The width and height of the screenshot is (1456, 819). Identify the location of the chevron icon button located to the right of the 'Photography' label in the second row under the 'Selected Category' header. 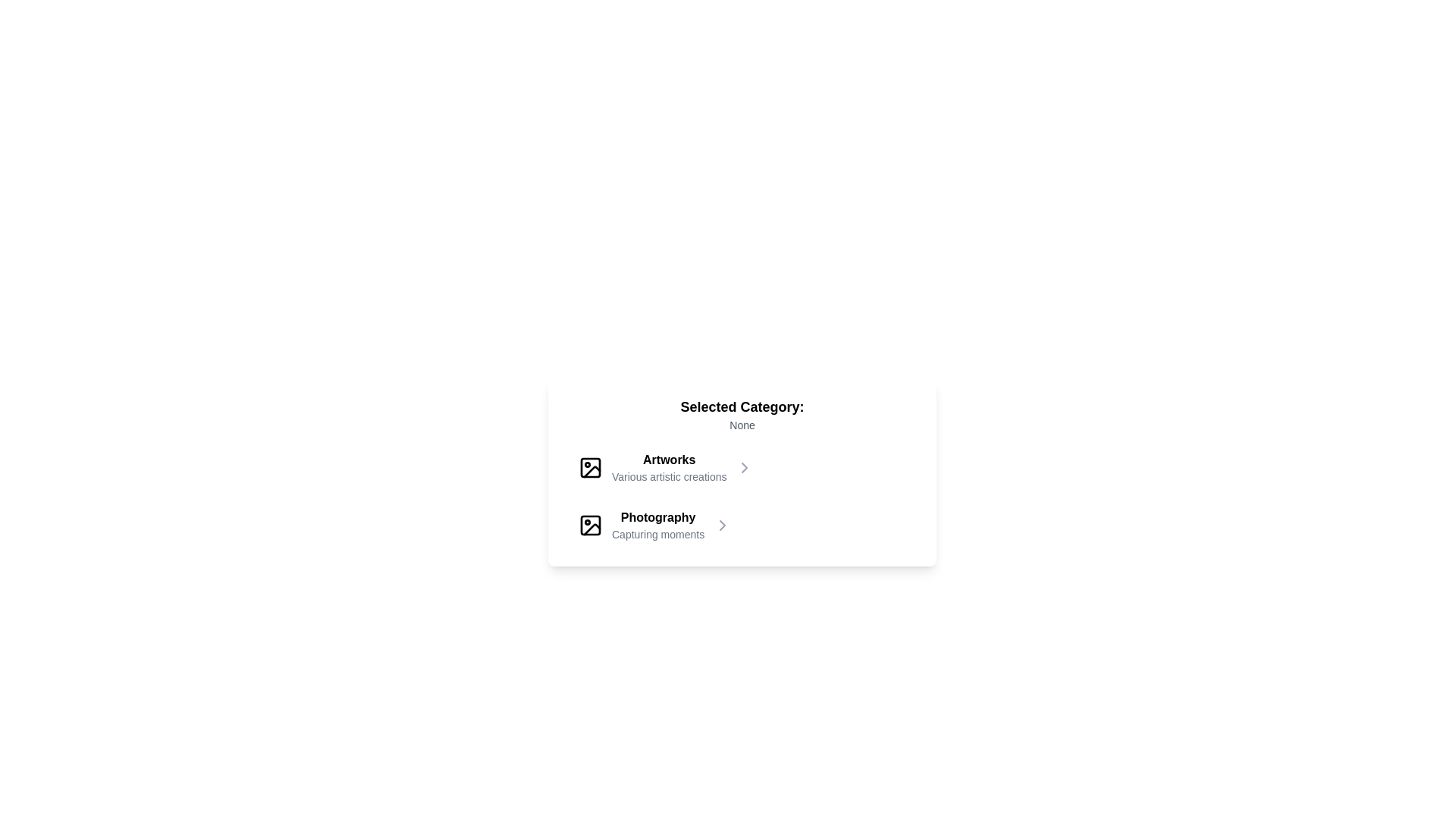
(722, 525).